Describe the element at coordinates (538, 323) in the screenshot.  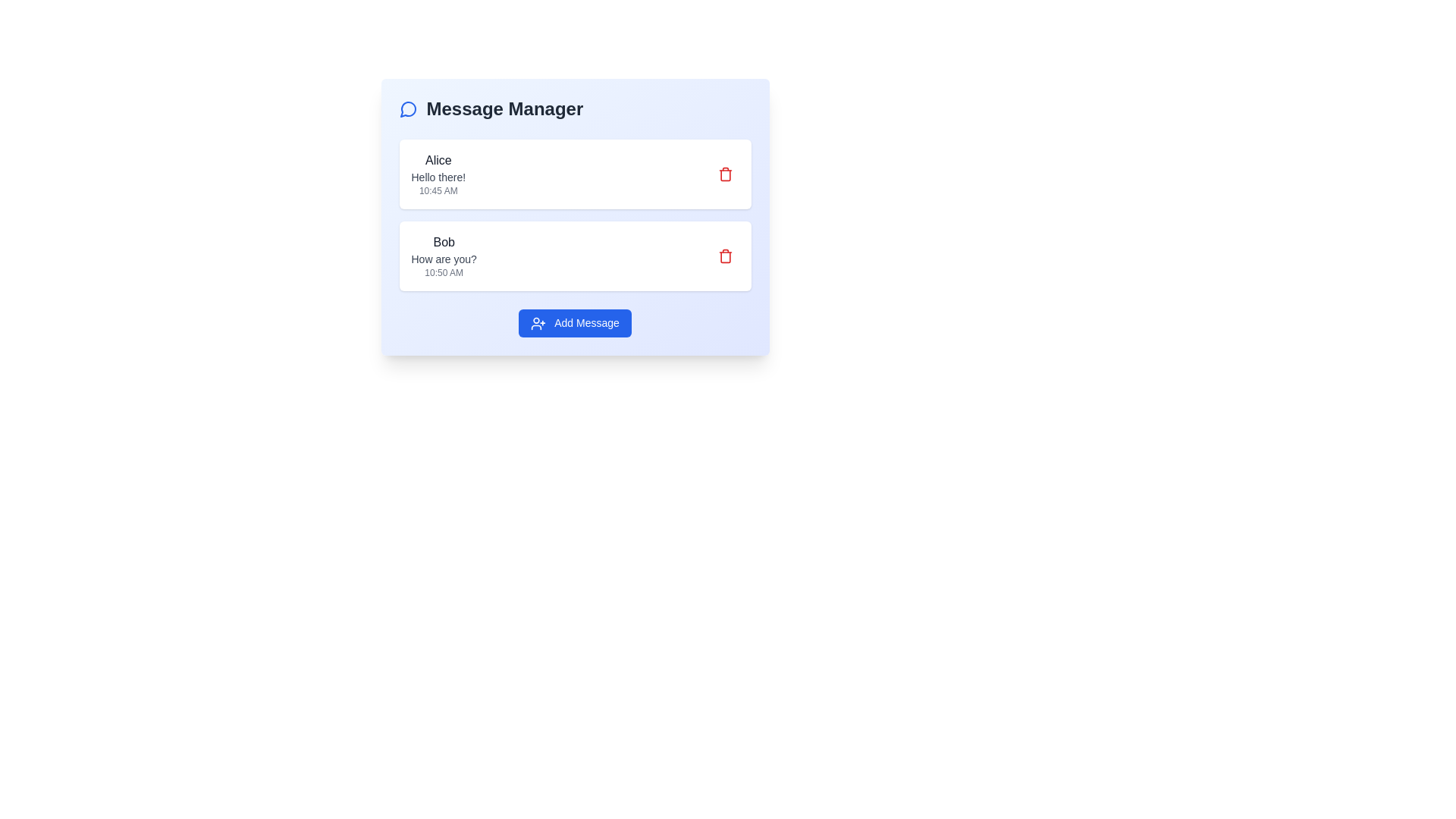
I see `the icon located within the 'Add Message' button, positioned to the left of the text label at the bottom of the interface panel` at that location.